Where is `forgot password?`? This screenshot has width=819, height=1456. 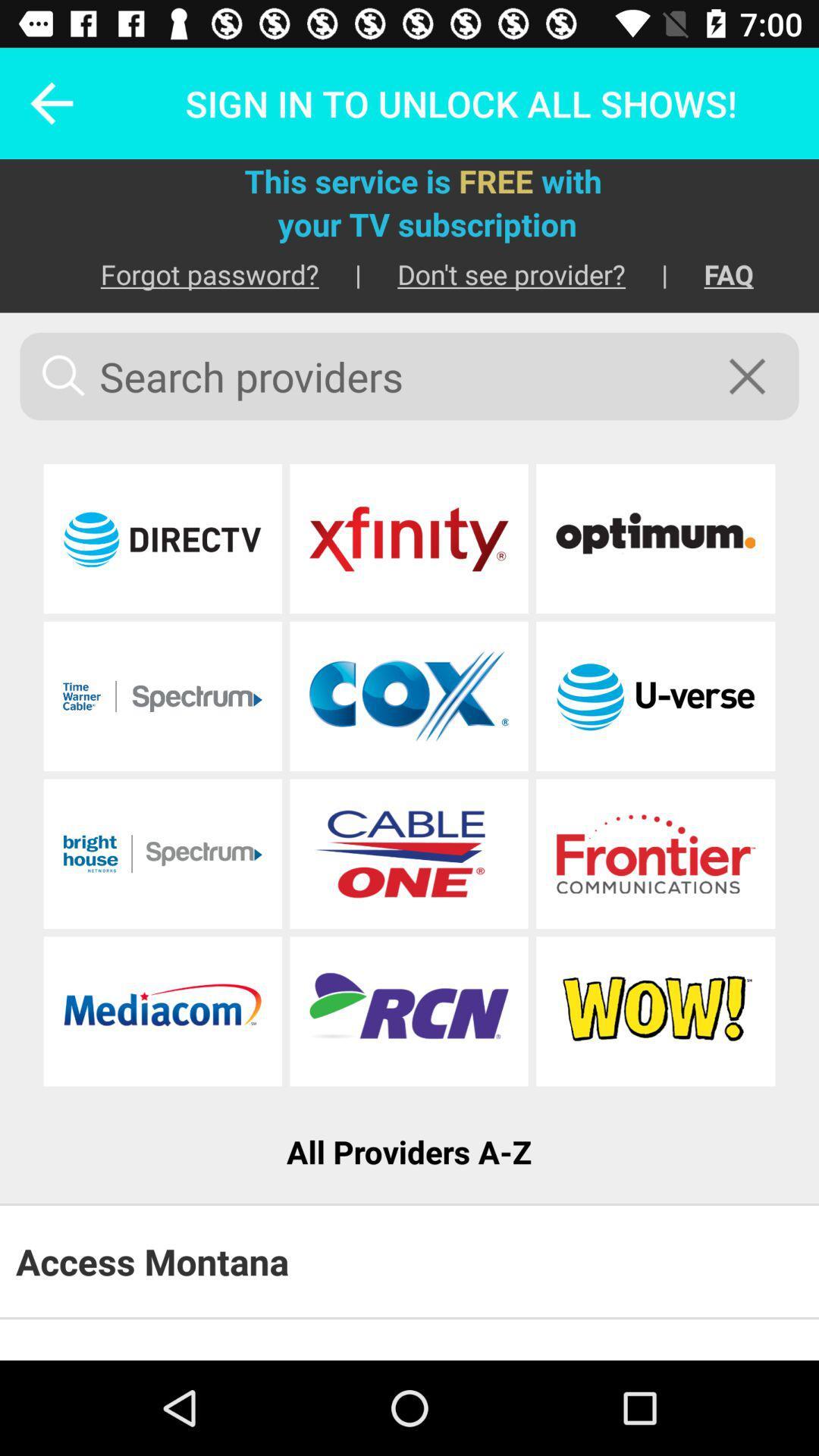 forgot password? is located at coordinates (191, 274).